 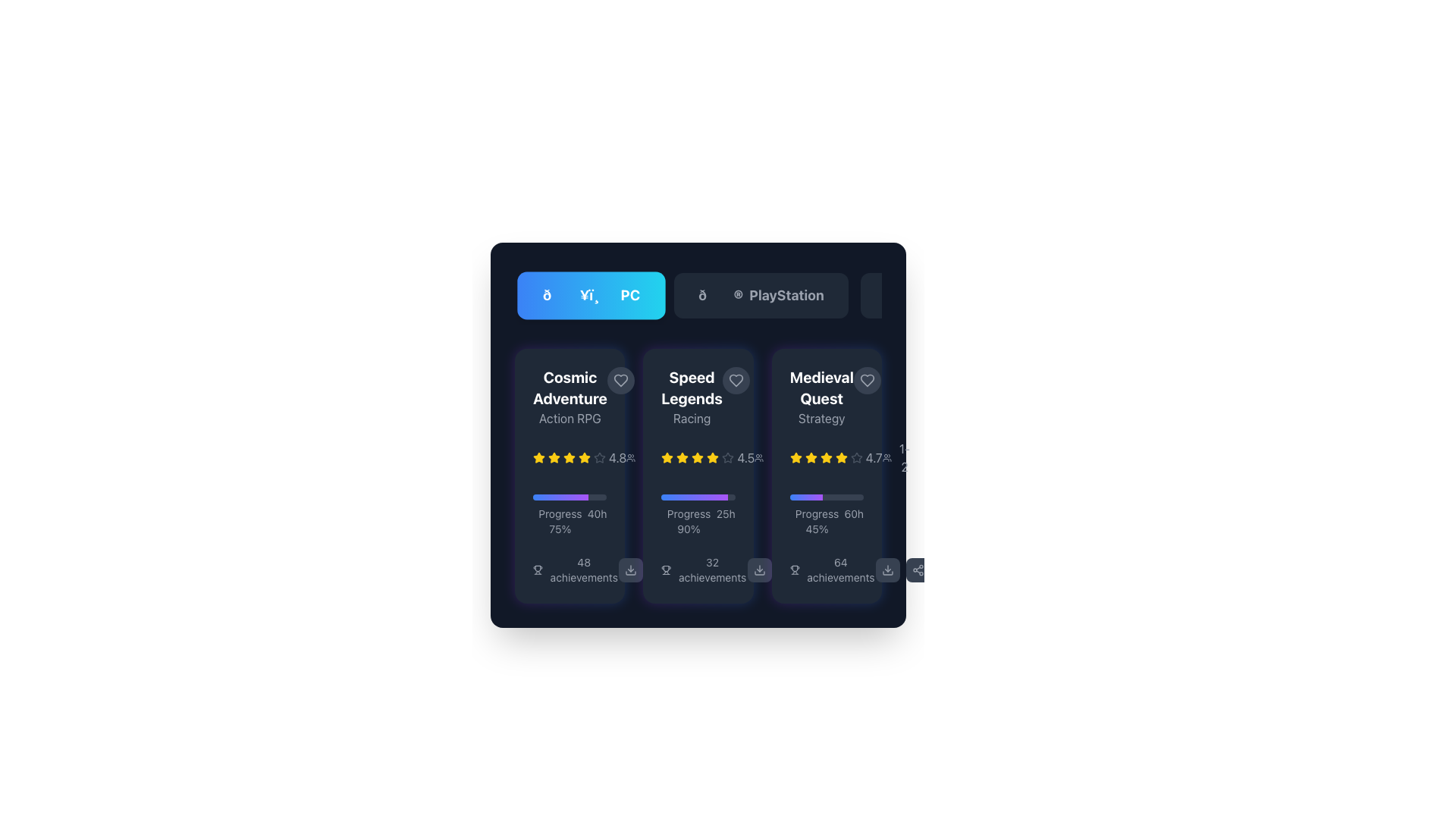 I want to click on text content of the Text Label displaying '32' above 'achievements' in the achievements progress card, so click(x=711, y=570).